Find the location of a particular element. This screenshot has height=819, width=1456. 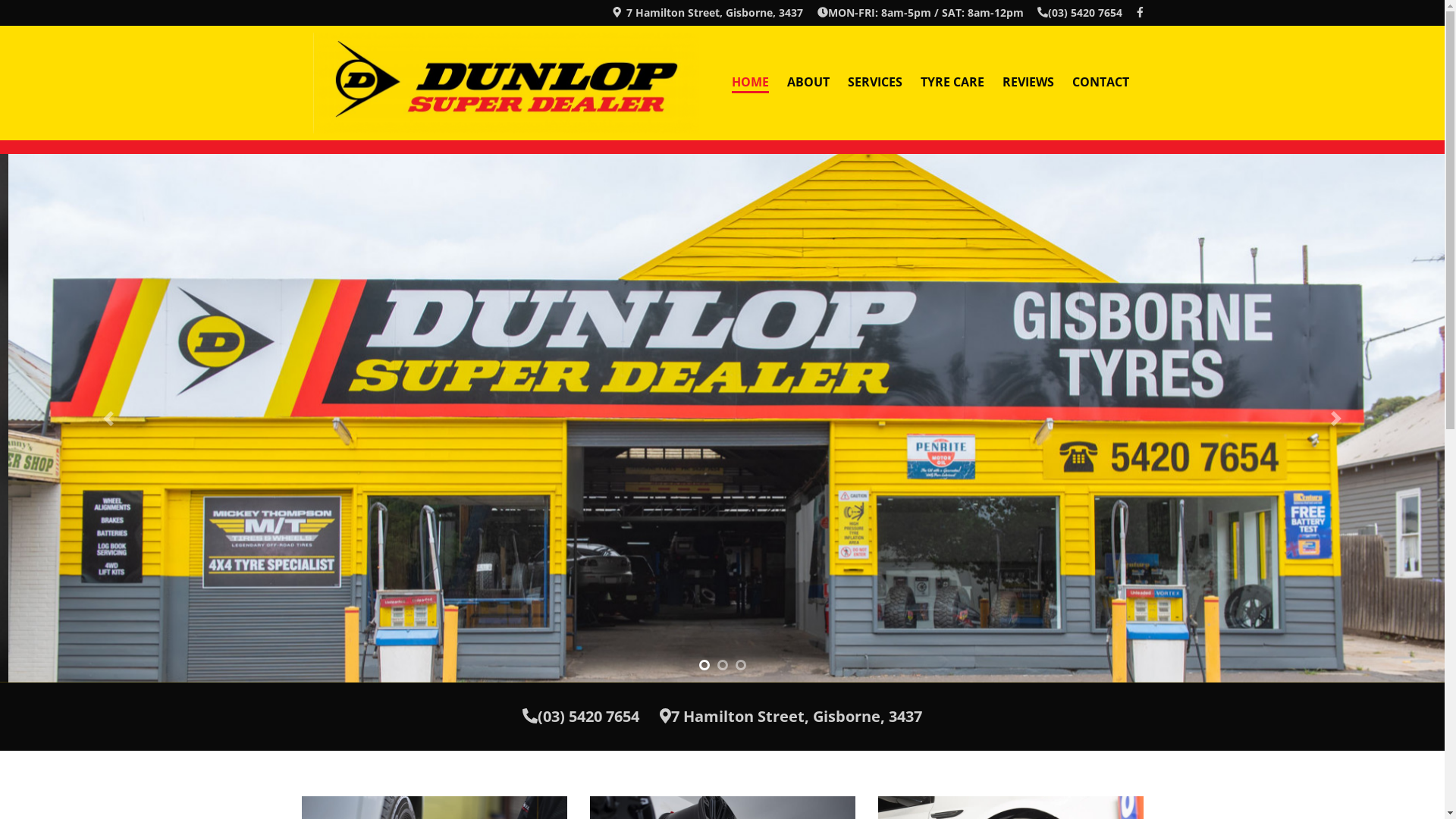

'REVIEWS' is located at coordinates (1028, 83).